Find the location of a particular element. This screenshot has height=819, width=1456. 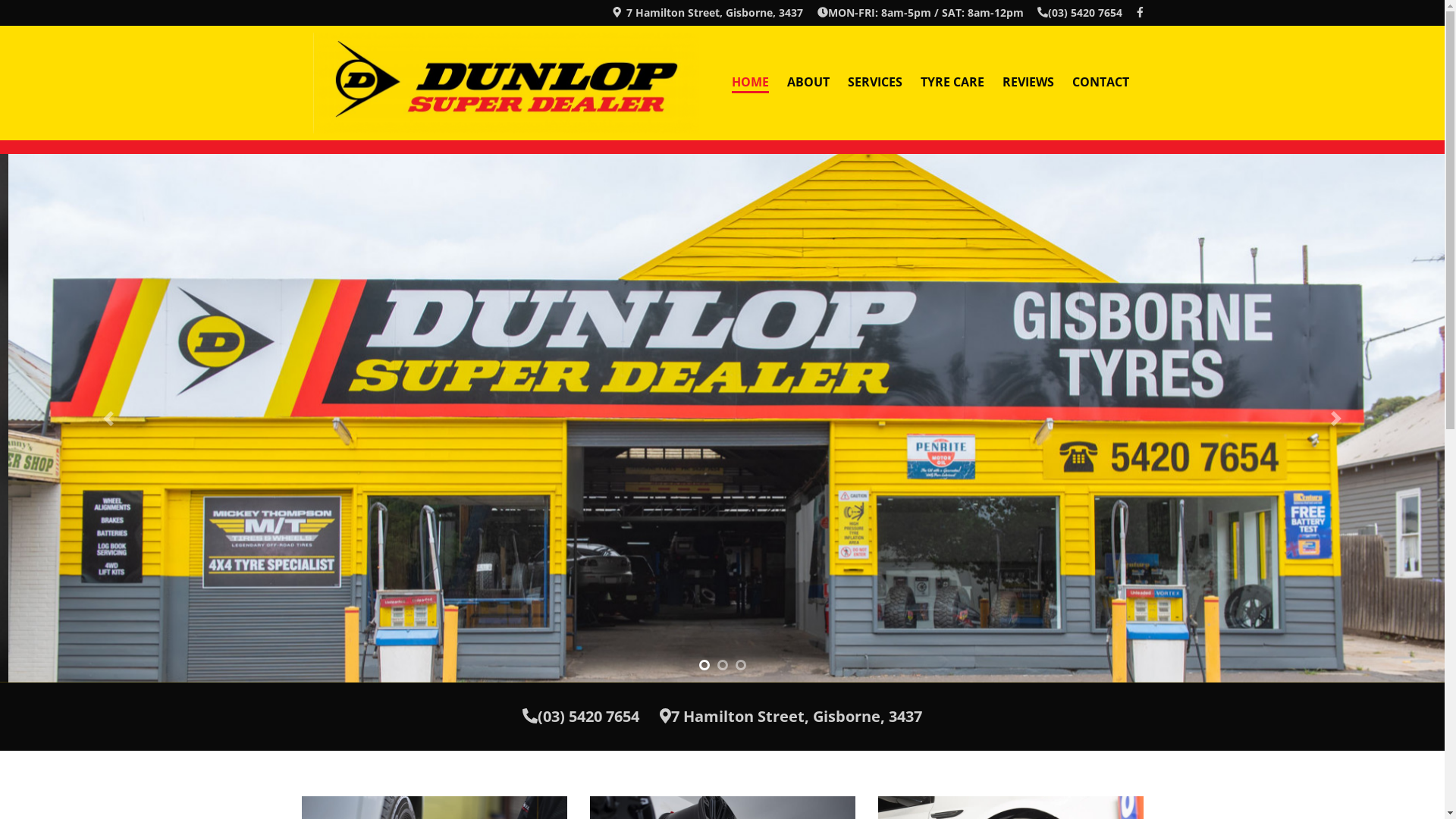

'REVIEWS' is located at coordinates (1028, 83).